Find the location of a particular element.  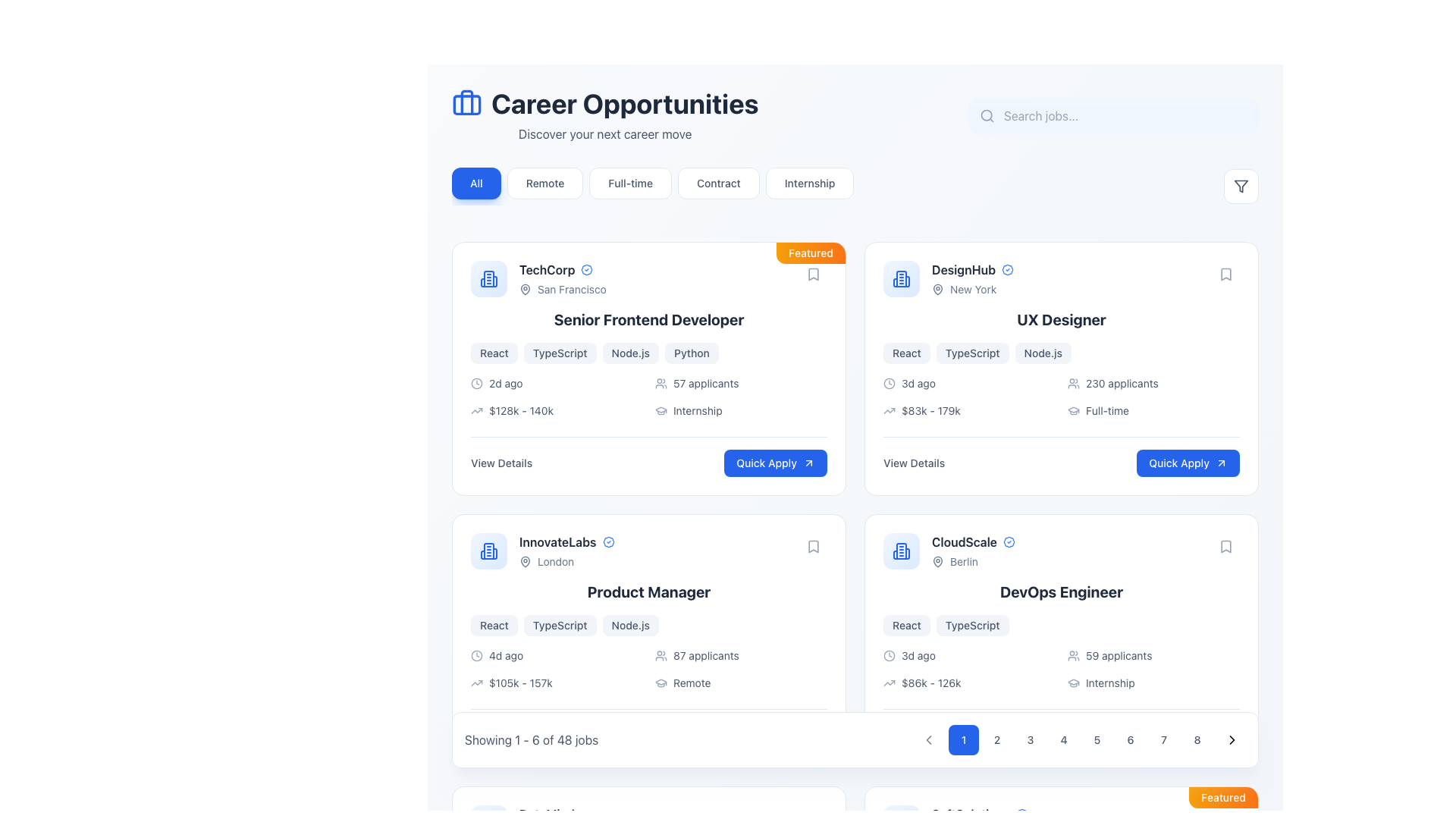

the bookmark icon button located in the header of the job card for 'DevOps Engineer' at 'CloudScale Berlin' is located at coordinates (1226, 547).